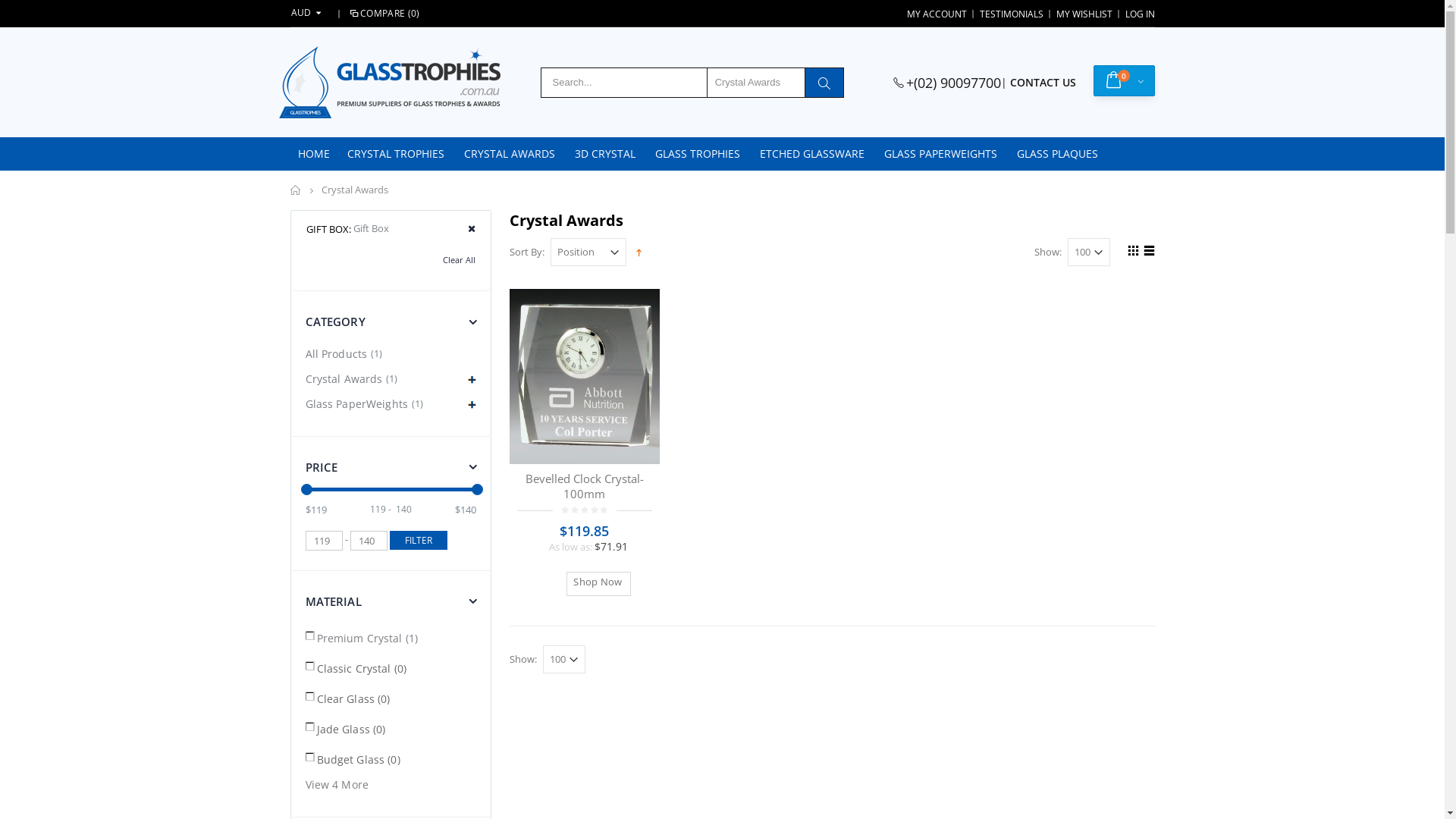  Describe the element at coordinates (1140, 14) in the screenshot. I see `'LOG IN'` at that location.